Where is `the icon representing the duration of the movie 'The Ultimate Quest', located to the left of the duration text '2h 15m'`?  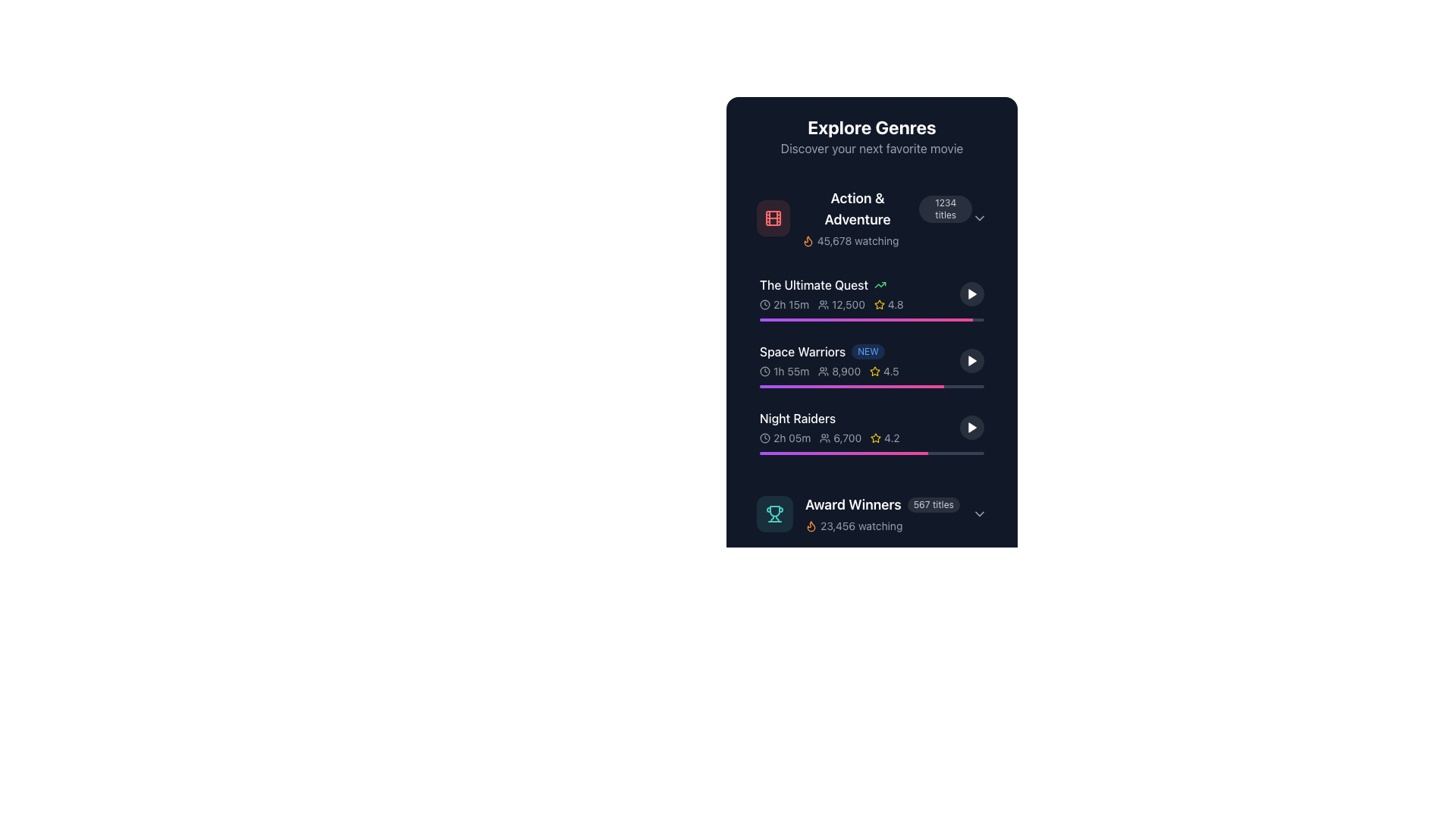 the icon representing the duration of the movie 'The Ultimate Quest', located to the left of the duration text '2h 15m' is located at coordinates (764, 304).